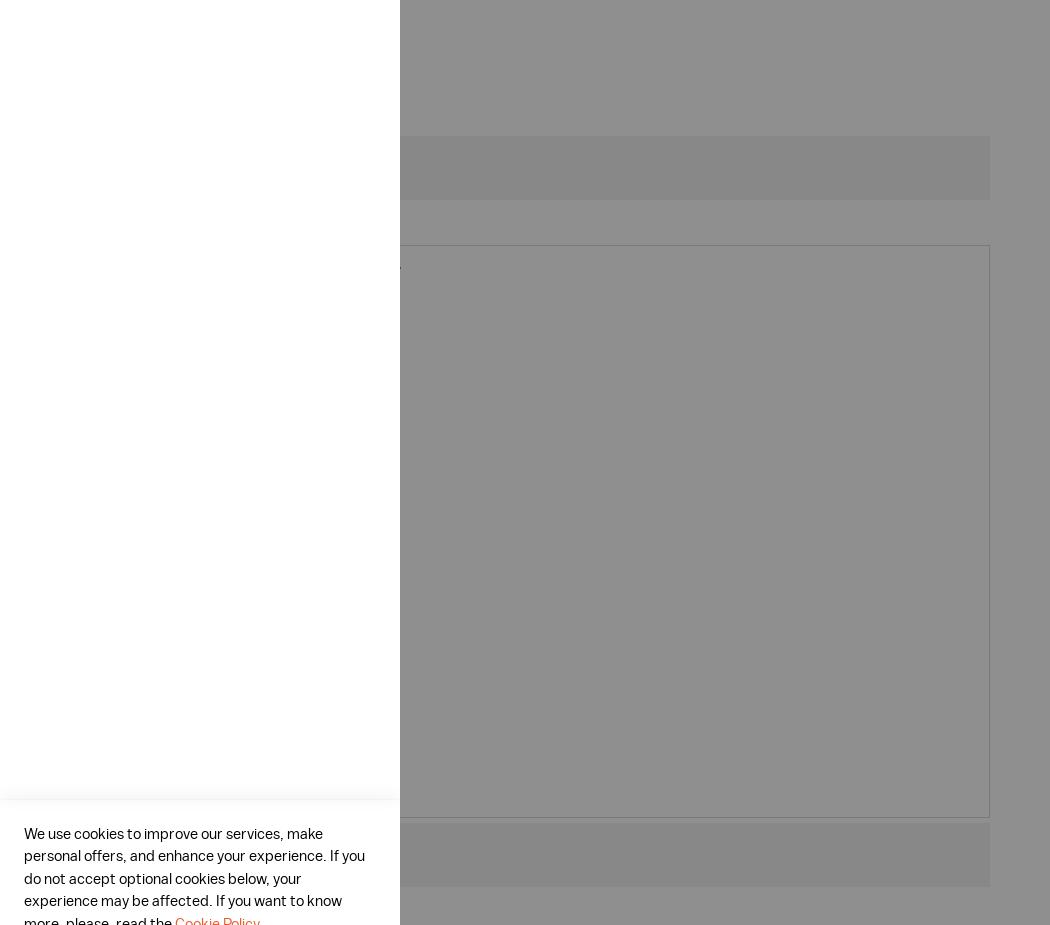 The image size is (1050, 925). I want to click on 'Oxygen ionizer', so click(154, 598).